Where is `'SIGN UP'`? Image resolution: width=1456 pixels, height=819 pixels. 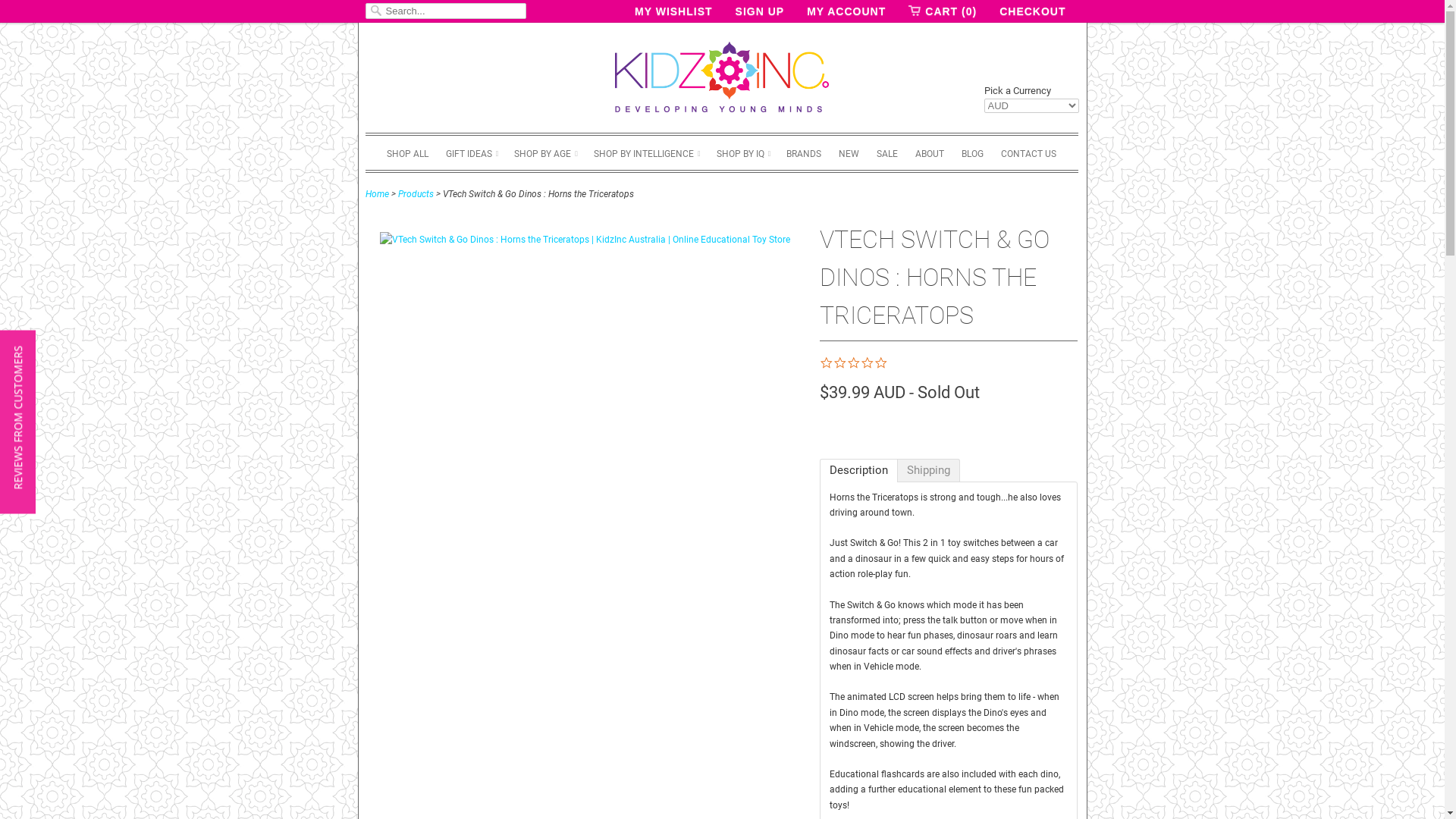
'SIGN UP' is located at coordinates (760, 11).